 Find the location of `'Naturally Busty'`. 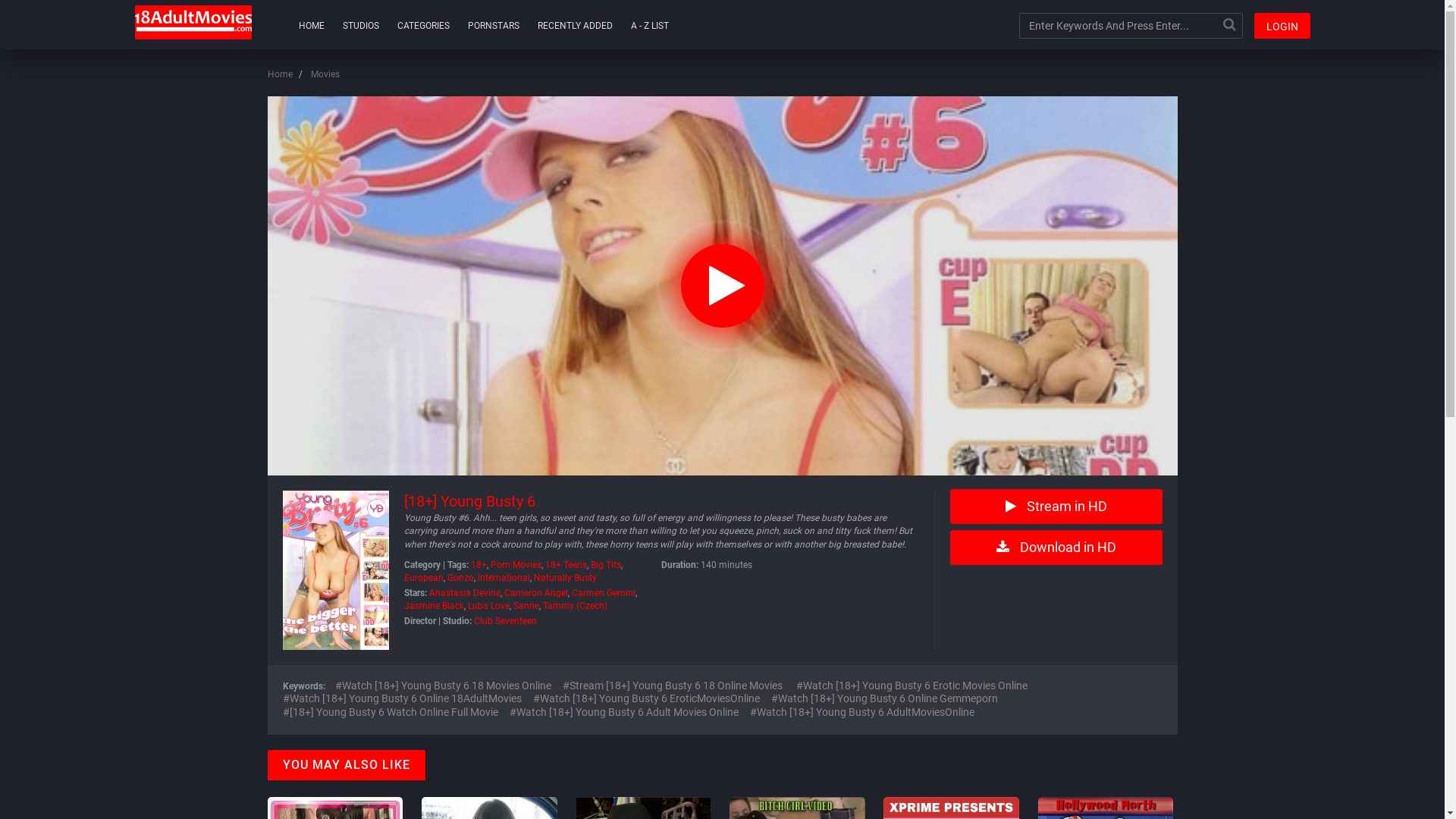

'Naturally Busty' is located at coordinates (564, 578).